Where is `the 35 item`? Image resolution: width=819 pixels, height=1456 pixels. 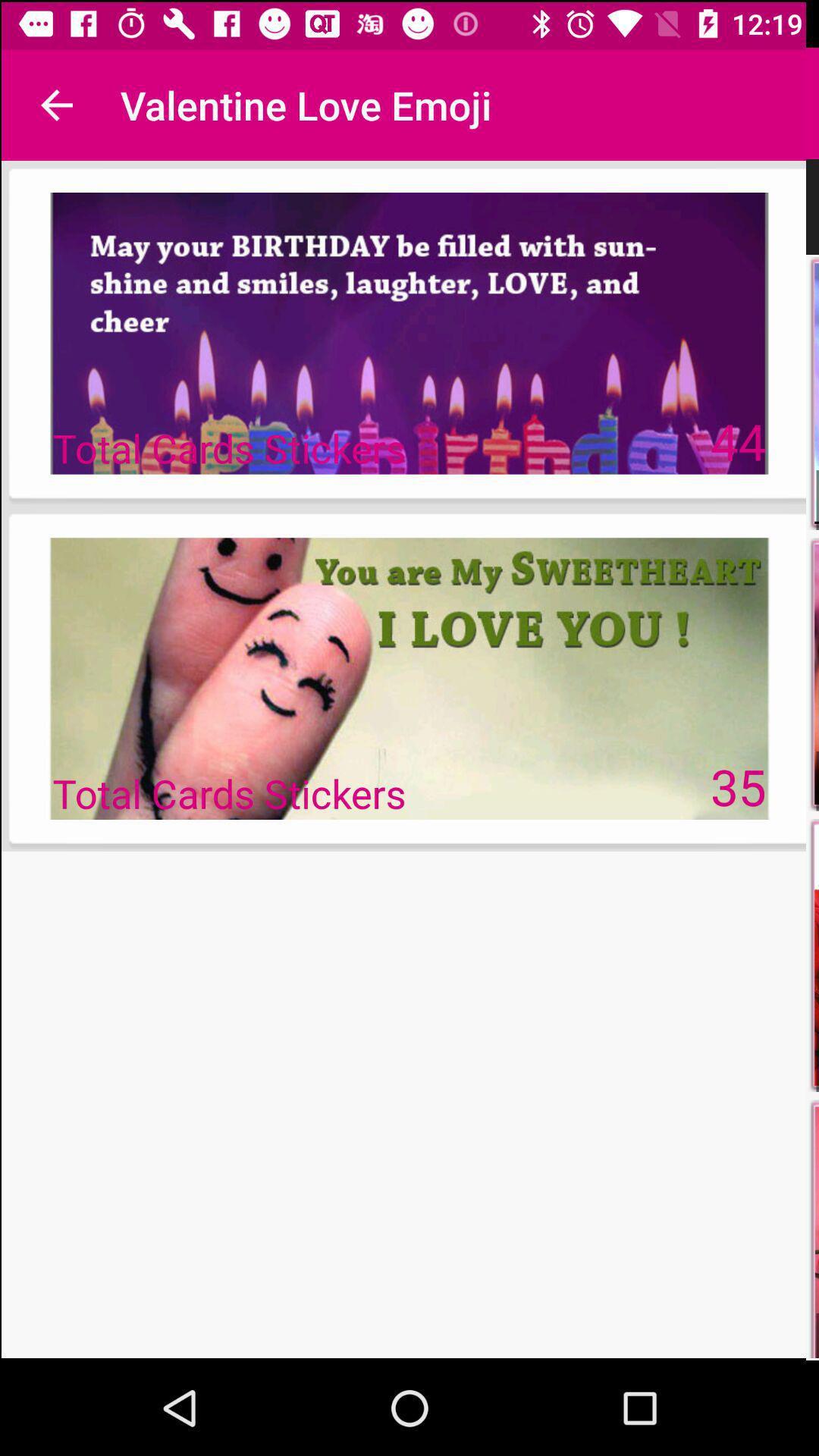
the 35 item is located at coordinates (739, 786).